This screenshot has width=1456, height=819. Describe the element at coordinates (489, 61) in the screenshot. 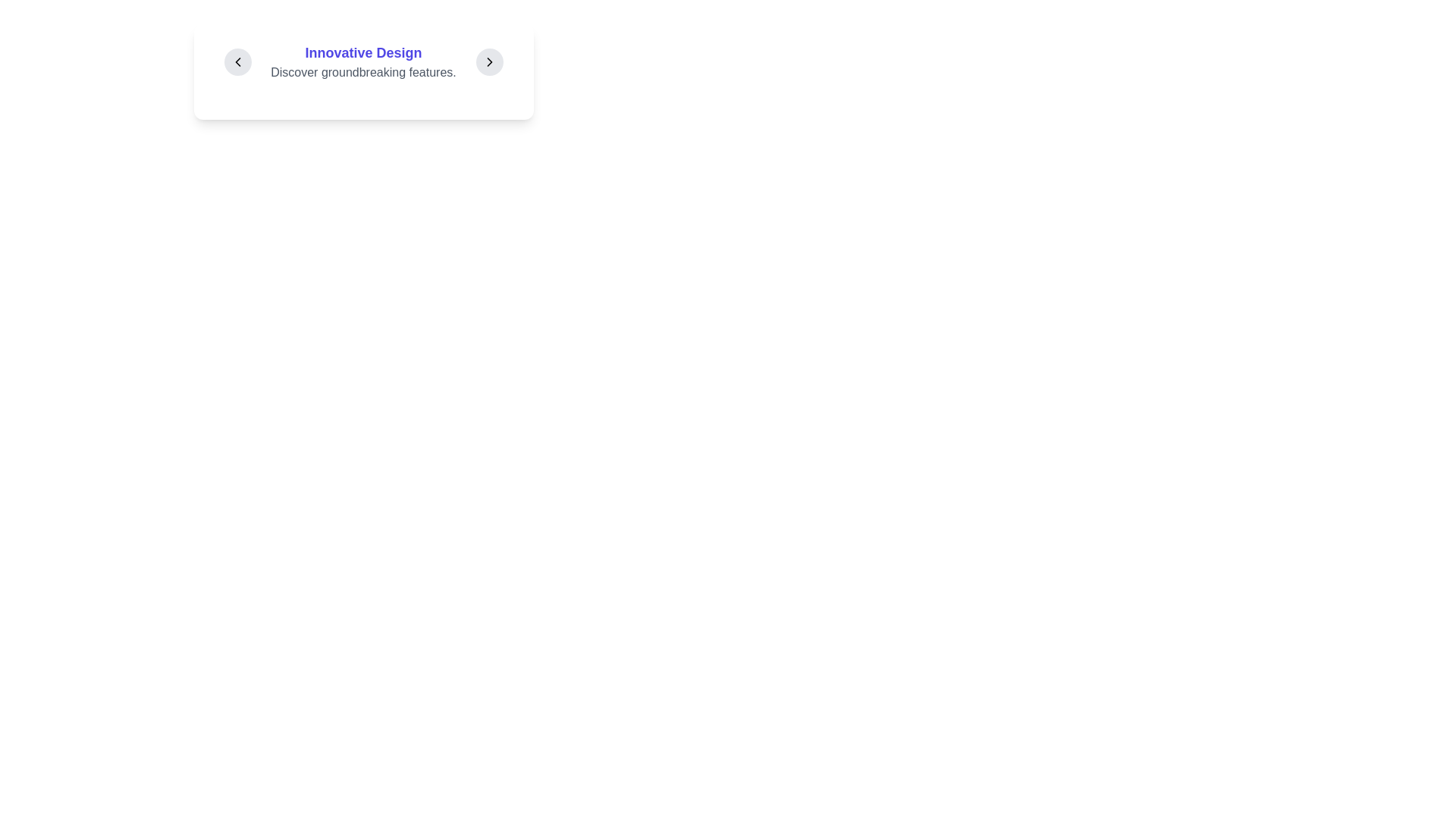

I see `the navigation button (icon) located on the right side of the header labeled 'Innovative Design'` at that location.